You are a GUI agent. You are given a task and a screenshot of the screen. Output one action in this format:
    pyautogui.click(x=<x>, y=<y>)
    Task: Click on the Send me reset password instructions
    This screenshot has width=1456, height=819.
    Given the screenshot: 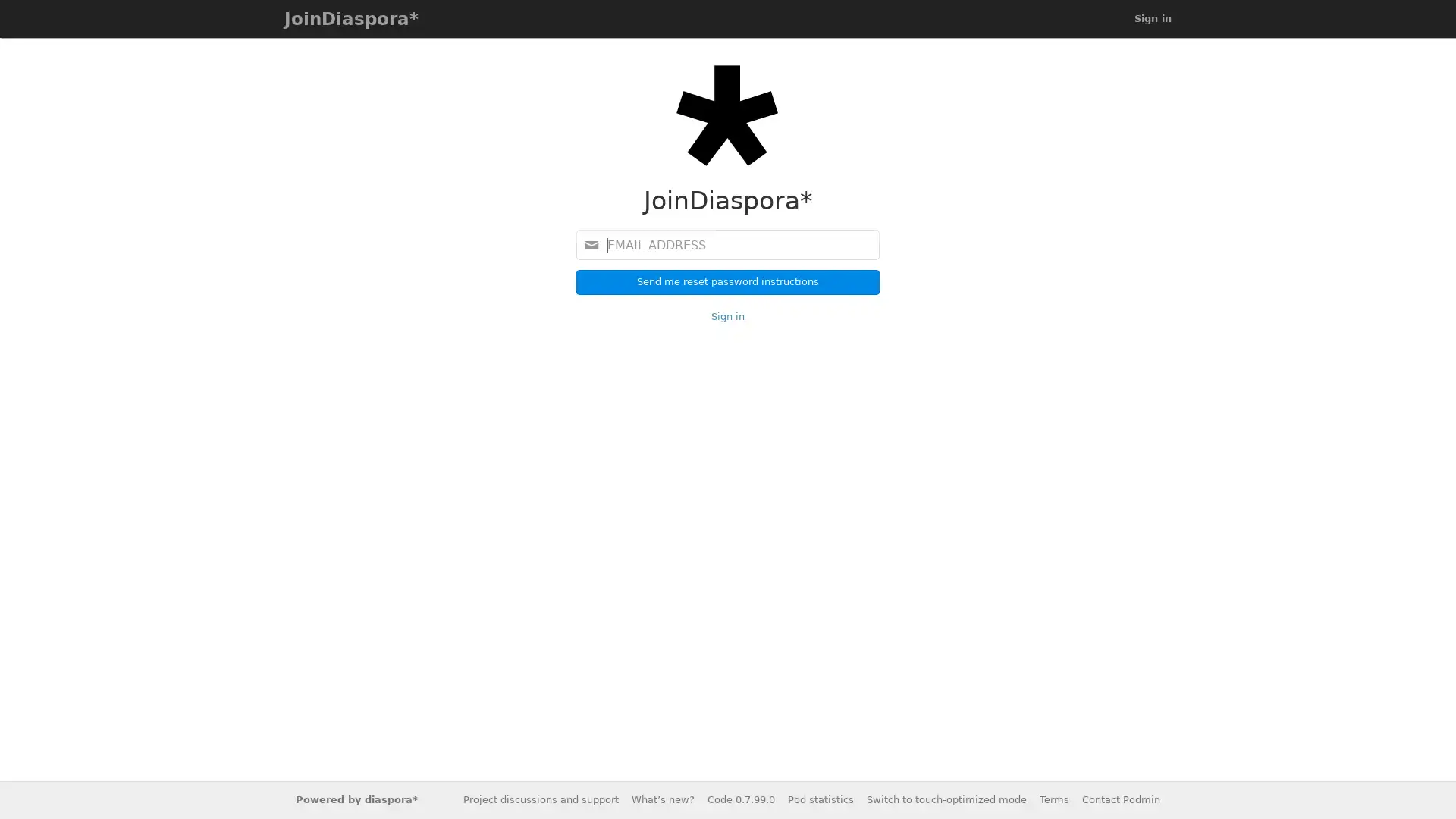 What is the action you would take?
    pyautogui.click(x=728, y=281)
    